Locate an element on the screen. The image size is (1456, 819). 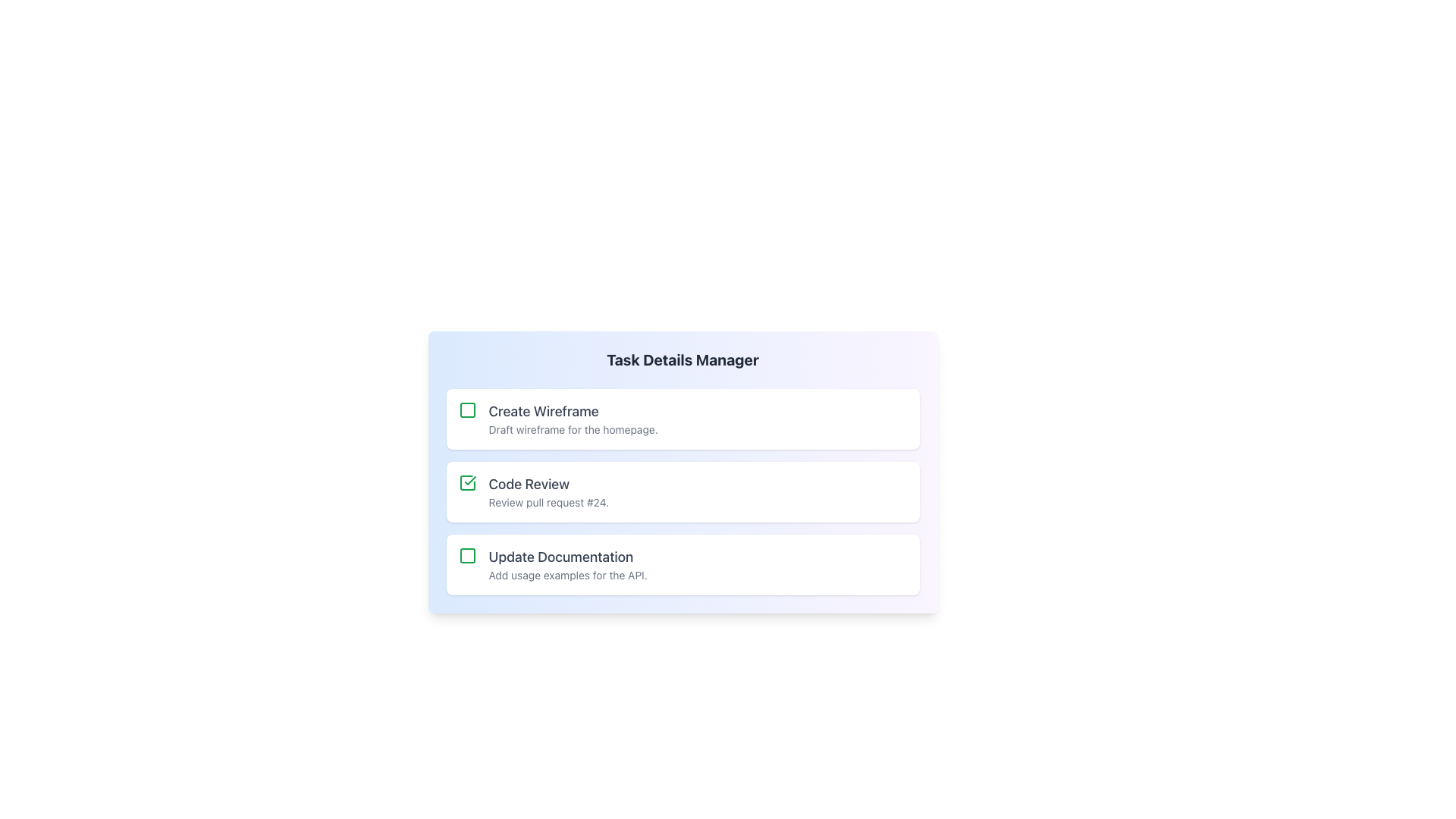
the descriptive text label providing context for the task 'Update Documentation', located below the title text within the task card is located at coordinates (567, 576).